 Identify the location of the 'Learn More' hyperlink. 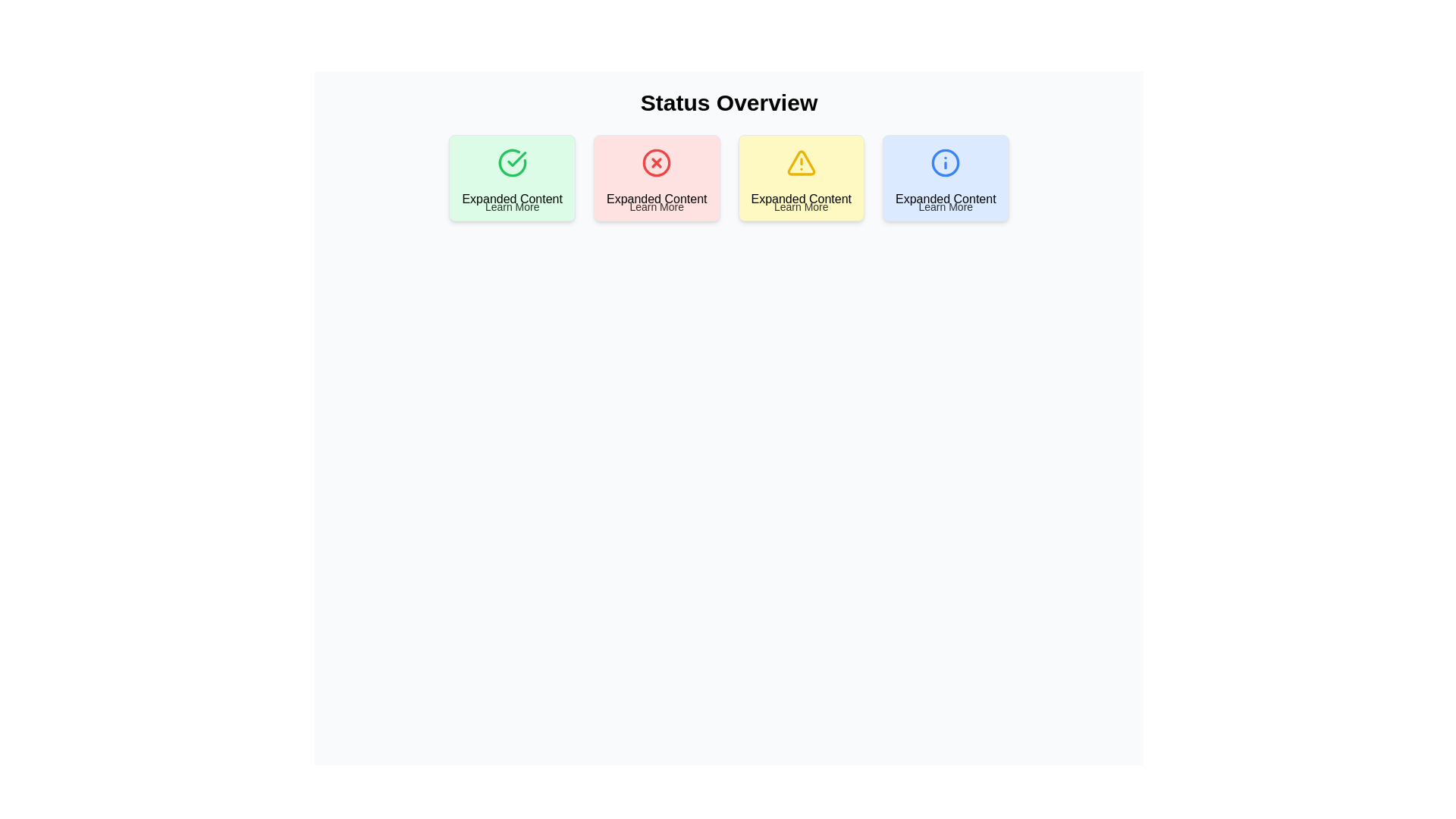
(945, 207).